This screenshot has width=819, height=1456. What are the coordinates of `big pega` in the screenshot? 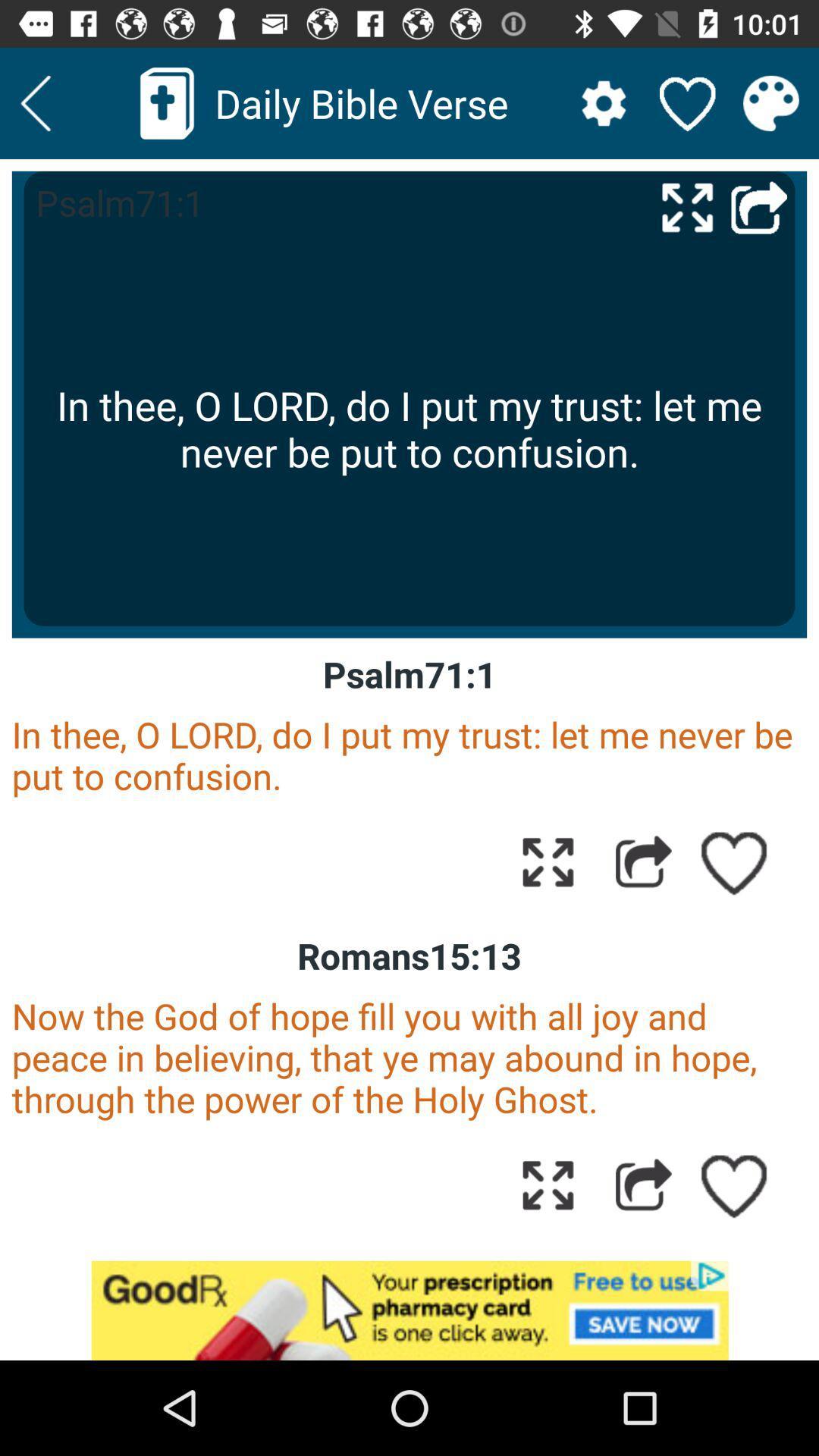 It's located at (687, 206).